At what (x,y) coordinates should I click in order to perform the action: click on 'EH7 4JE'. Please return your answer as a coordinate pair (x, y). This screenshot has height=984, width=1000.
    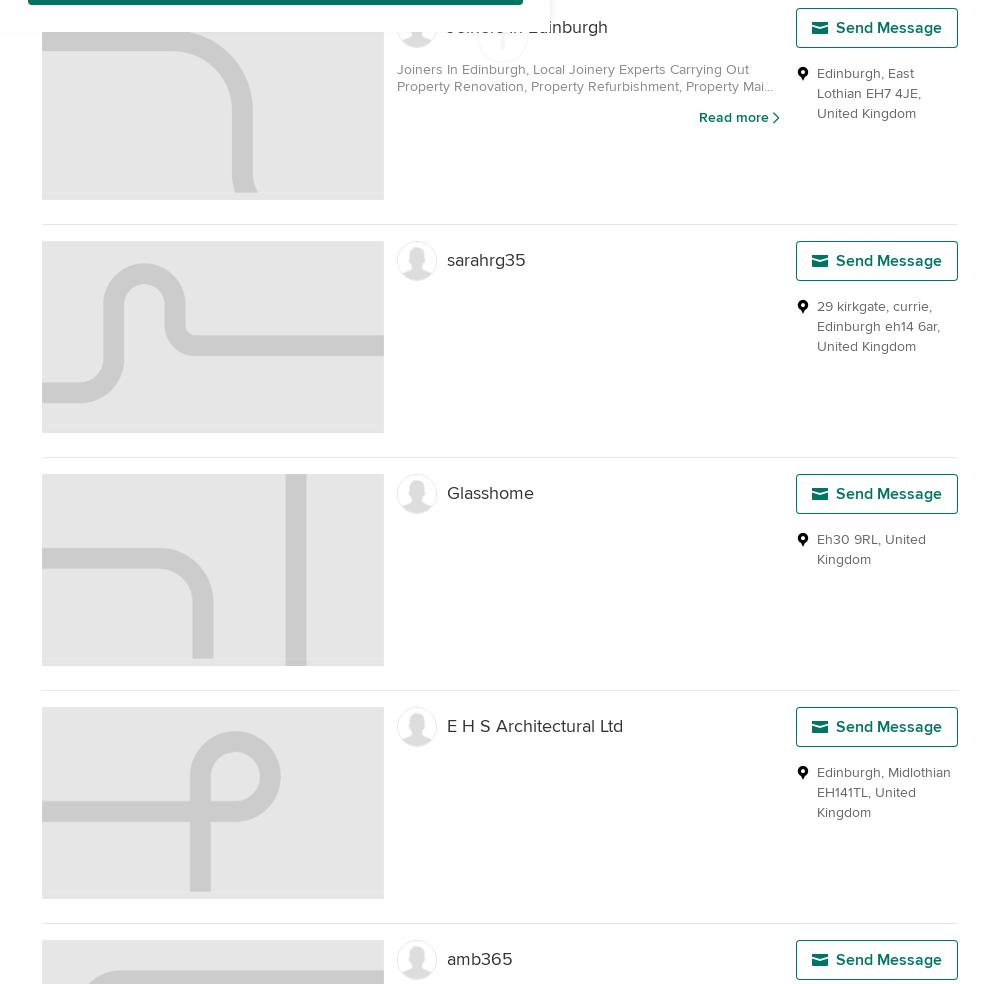
    Looking at the image, I should click on (892, 92).